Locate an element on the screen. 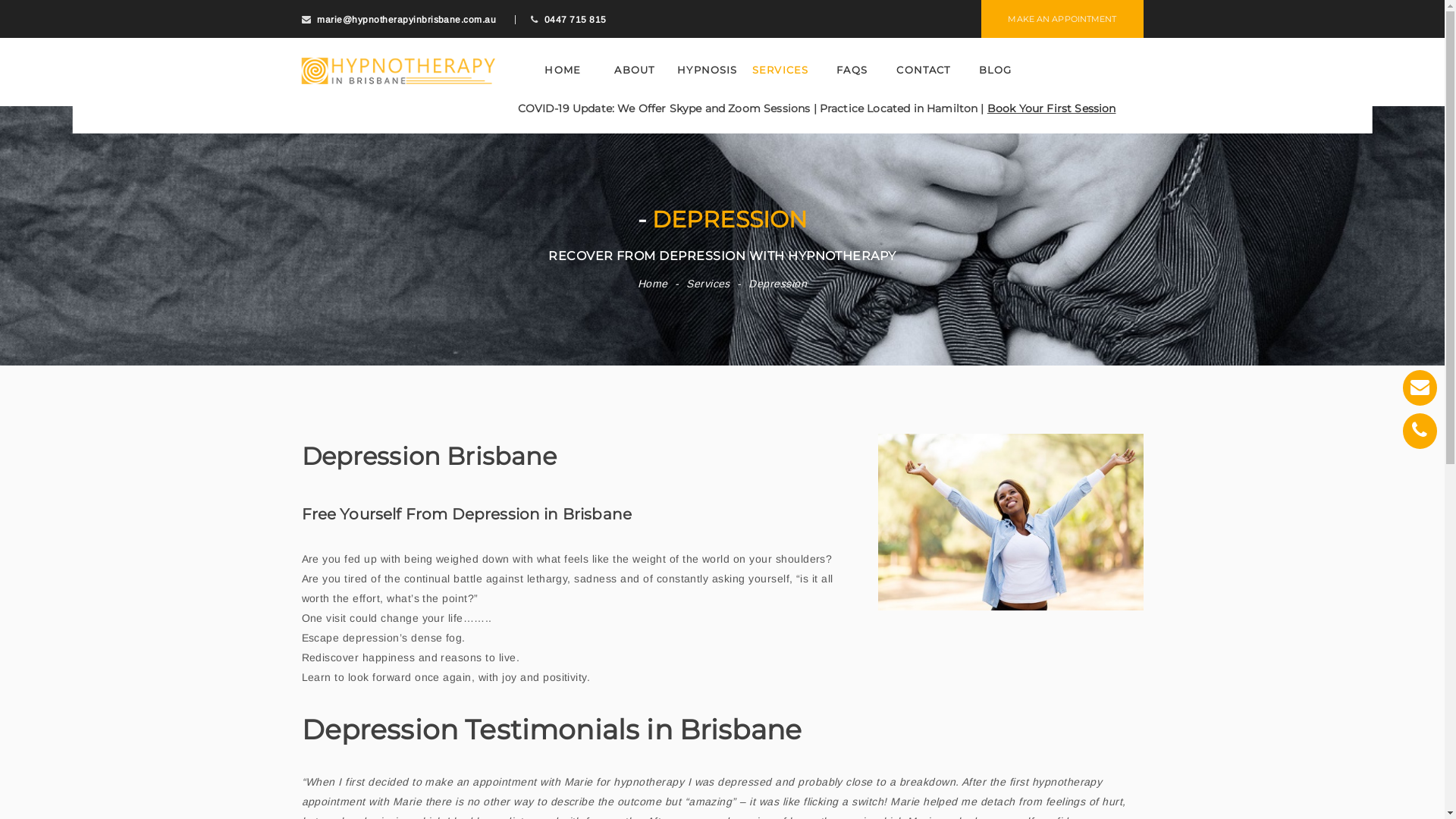 This screenshot has width=1456, height=819. 'Home' is located at coordinates (652, 284).